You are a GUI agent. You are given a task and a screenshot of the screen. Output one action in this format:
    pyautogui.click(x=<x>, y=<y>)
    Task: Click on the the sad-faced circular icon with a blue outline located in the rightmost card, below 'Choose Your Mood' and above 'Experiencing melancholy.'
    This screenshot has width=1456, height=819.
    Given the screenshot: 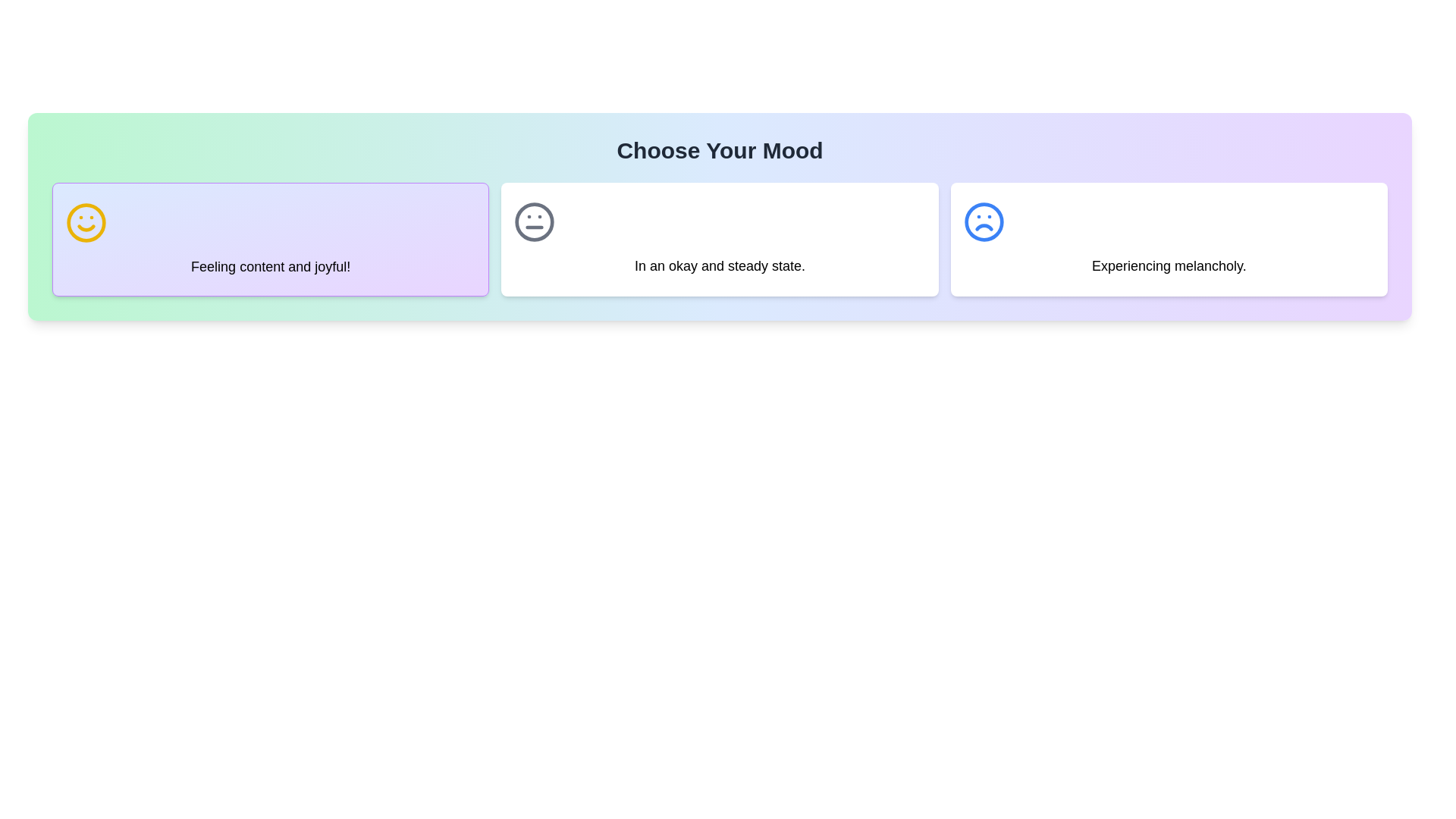 What is the action you would take?
    pyautogui.click(x=984, y=222)
    